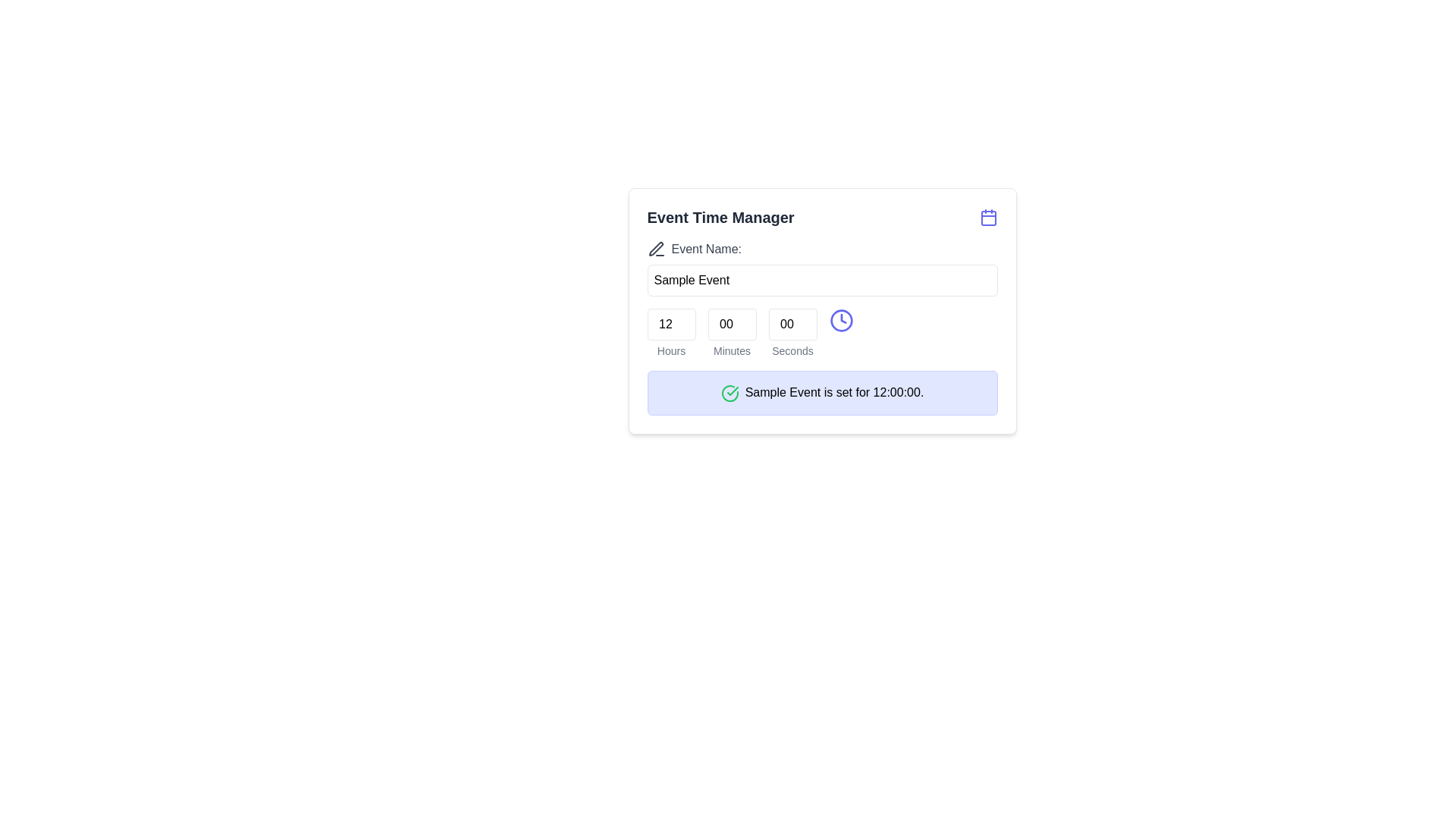 The width and height of the screenshot is (1456, 819). I want to click on the Text label indicating the purpose of the related numeric input field for seconds in a time selection section, positioned directly under the numeric input field and aligned with labels 'Hours' and 'Minutes', so click(792, 350).